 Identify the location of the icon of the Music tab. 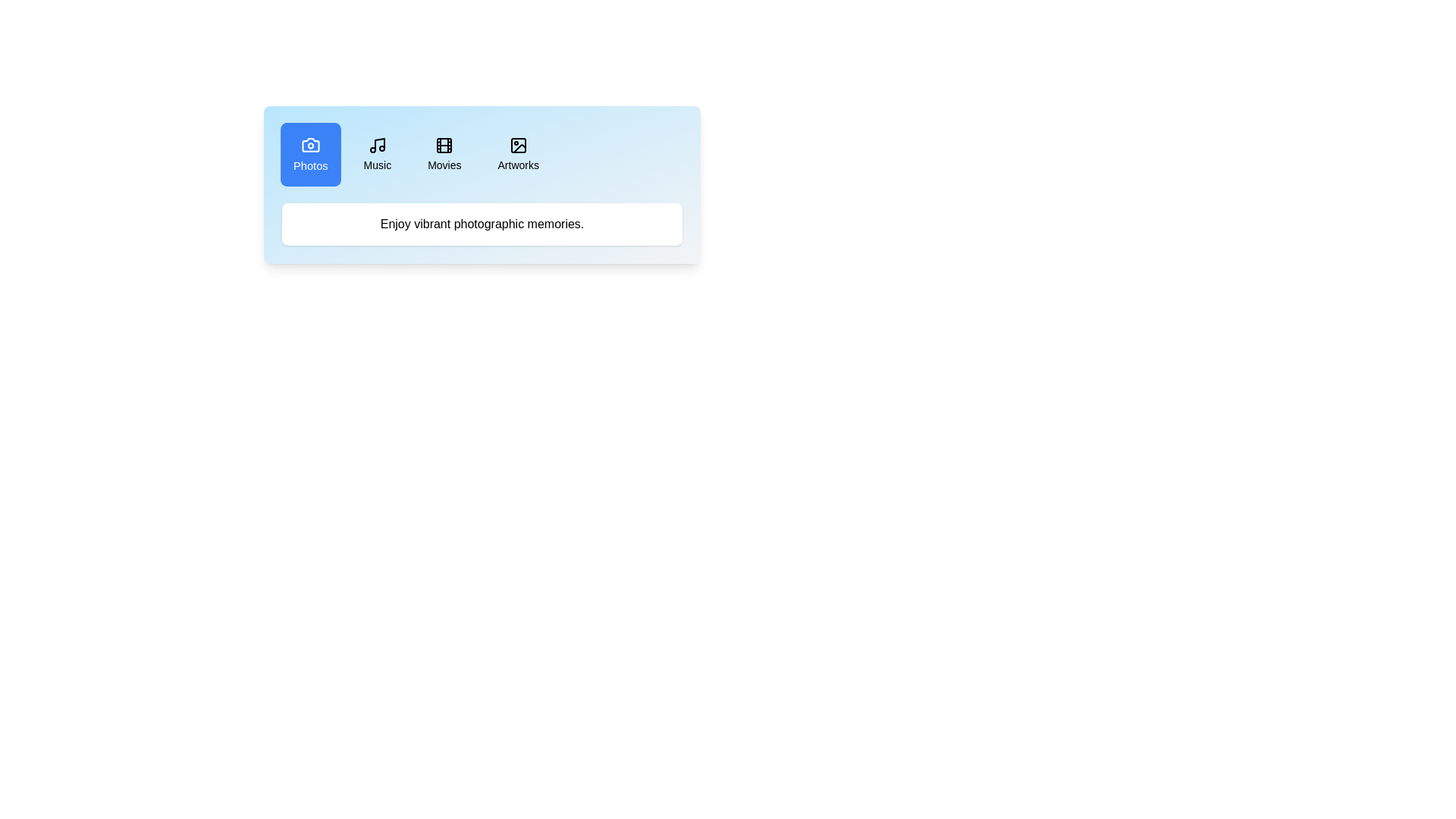
(377, 146).